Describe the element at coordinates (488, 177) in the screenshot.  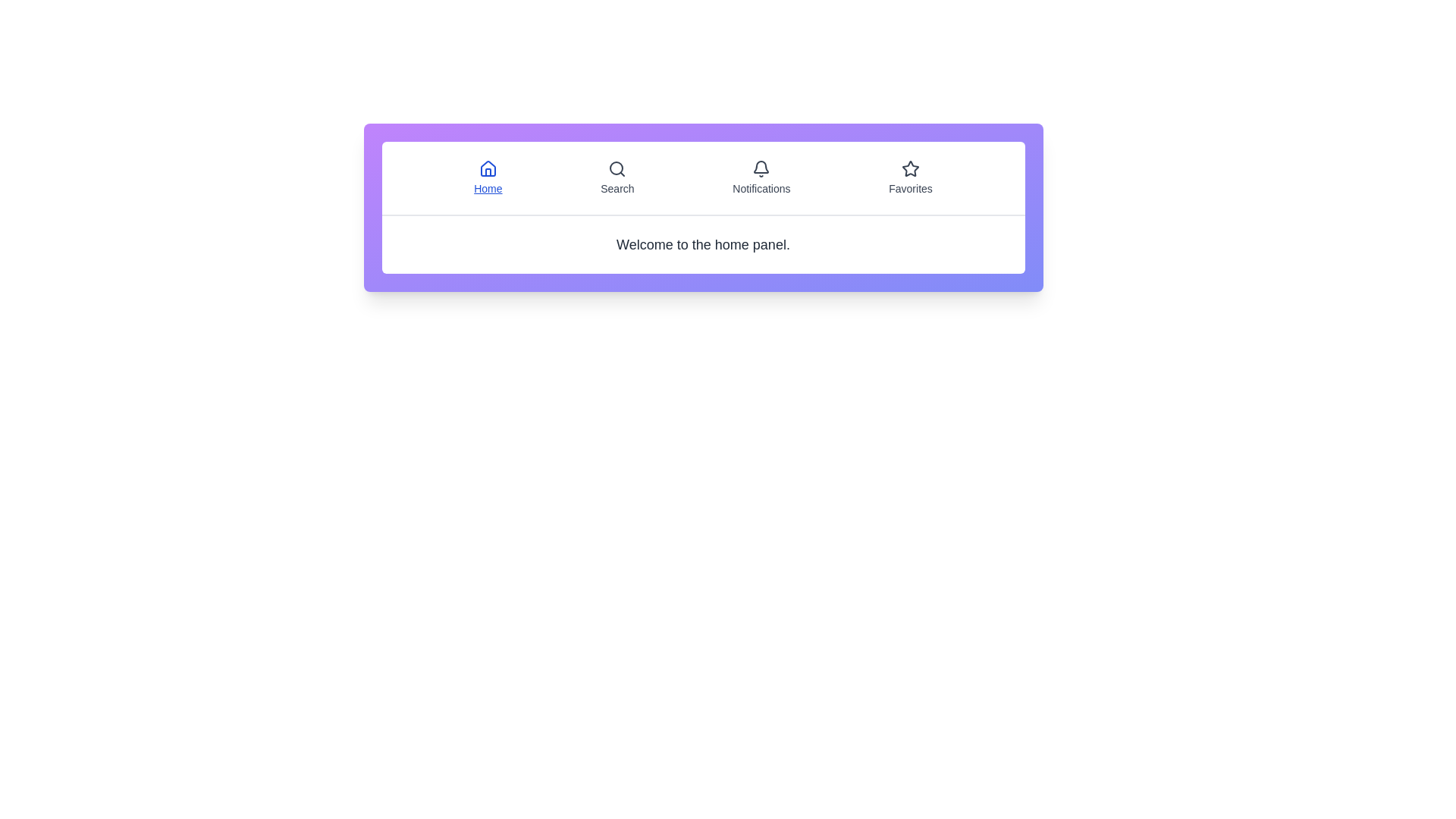
I see `the tab labeled Home` at that location.